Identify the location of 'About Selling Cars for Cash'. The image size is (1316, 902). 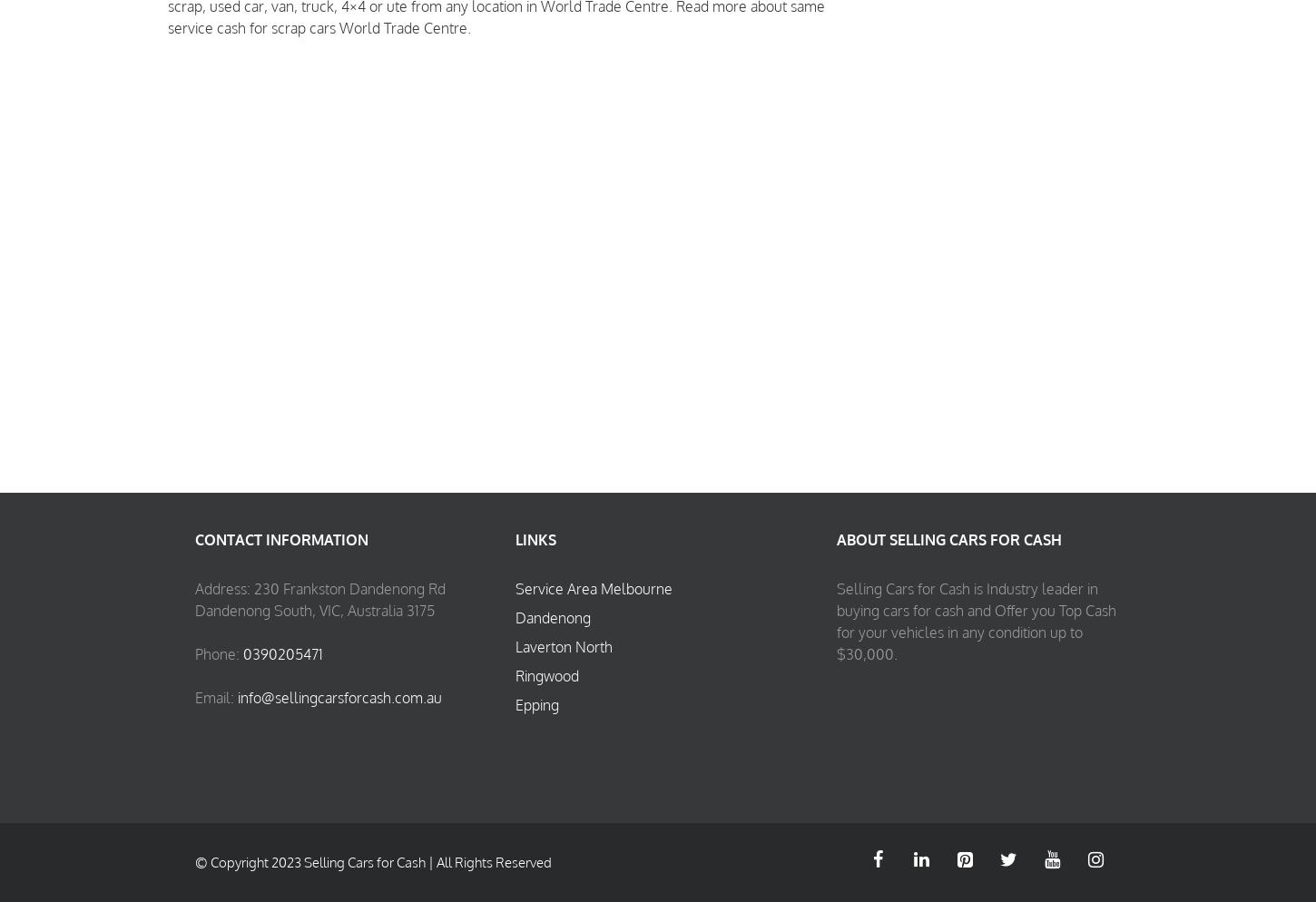
(948, 540).